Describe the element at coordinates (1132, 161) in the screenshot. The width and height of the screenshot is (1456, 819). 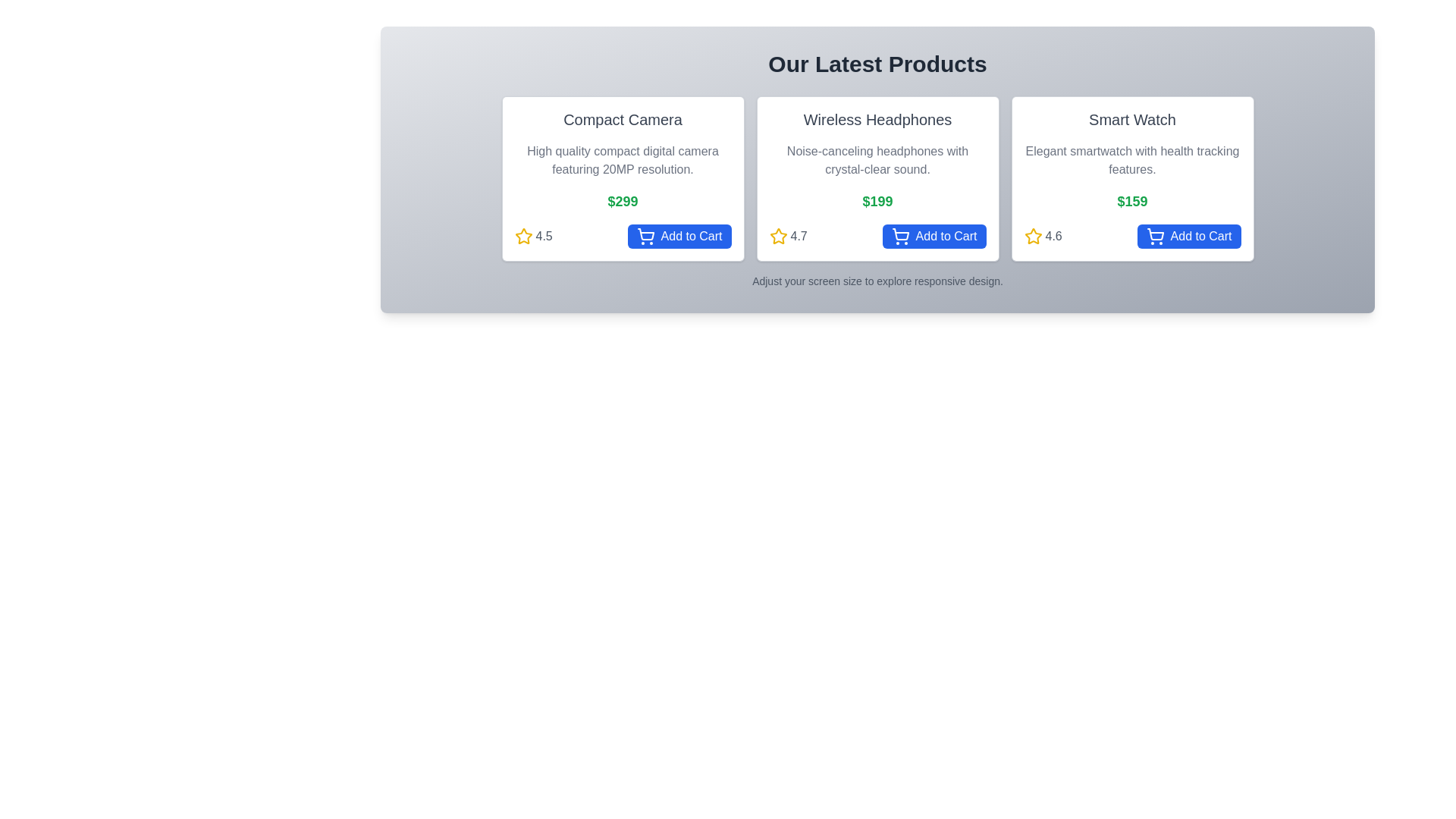
I see `the descriptive text element located beneath the title 'Smart Watch' and above the price and rating section` at that location.